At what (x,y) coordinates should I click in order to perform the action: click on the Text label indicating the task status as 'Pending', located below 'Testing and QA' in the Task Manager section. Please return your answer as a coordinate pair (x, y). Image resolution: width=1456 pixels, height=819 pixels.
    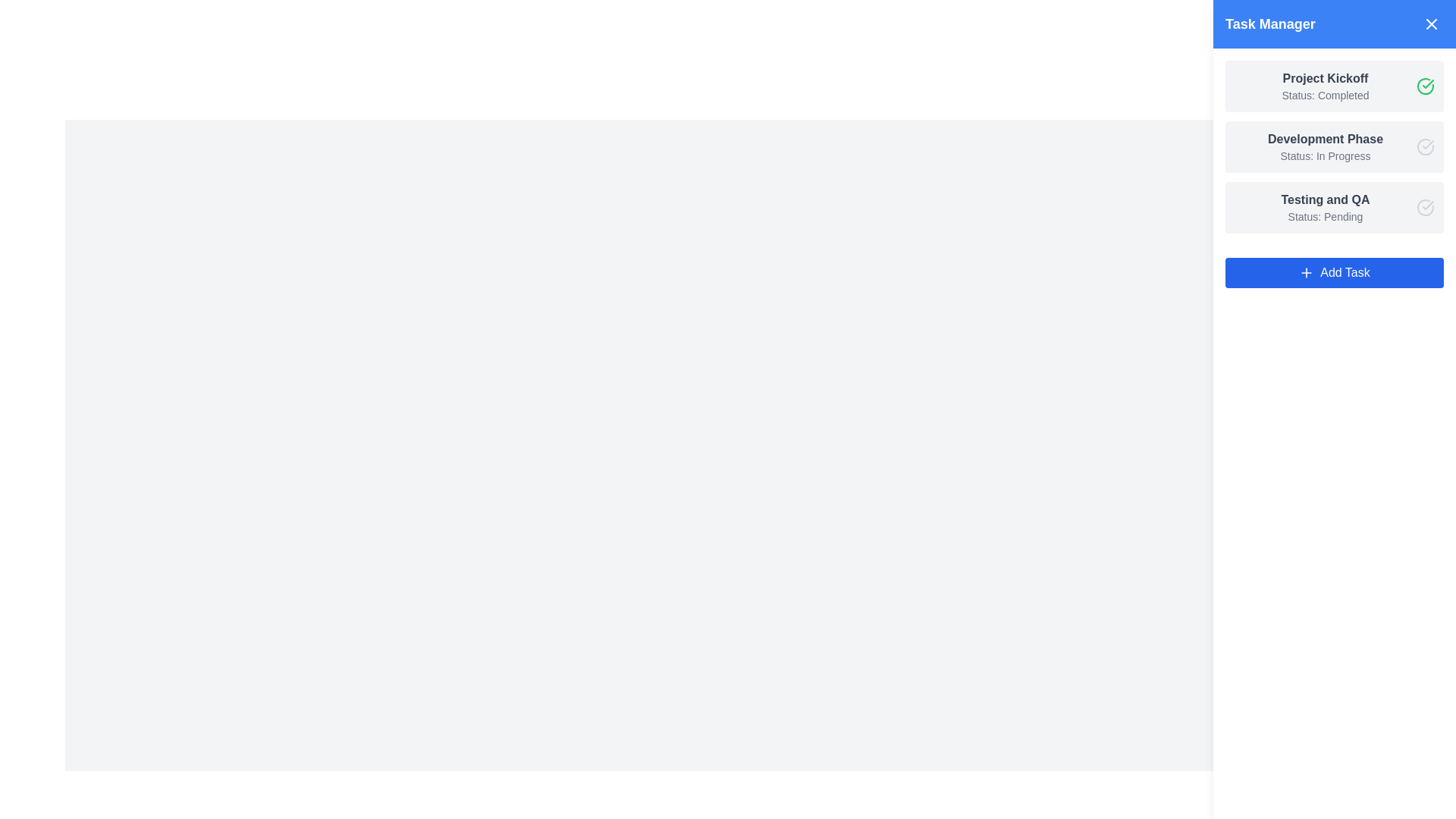
    Looking at the image, I should click on (1324, 216).